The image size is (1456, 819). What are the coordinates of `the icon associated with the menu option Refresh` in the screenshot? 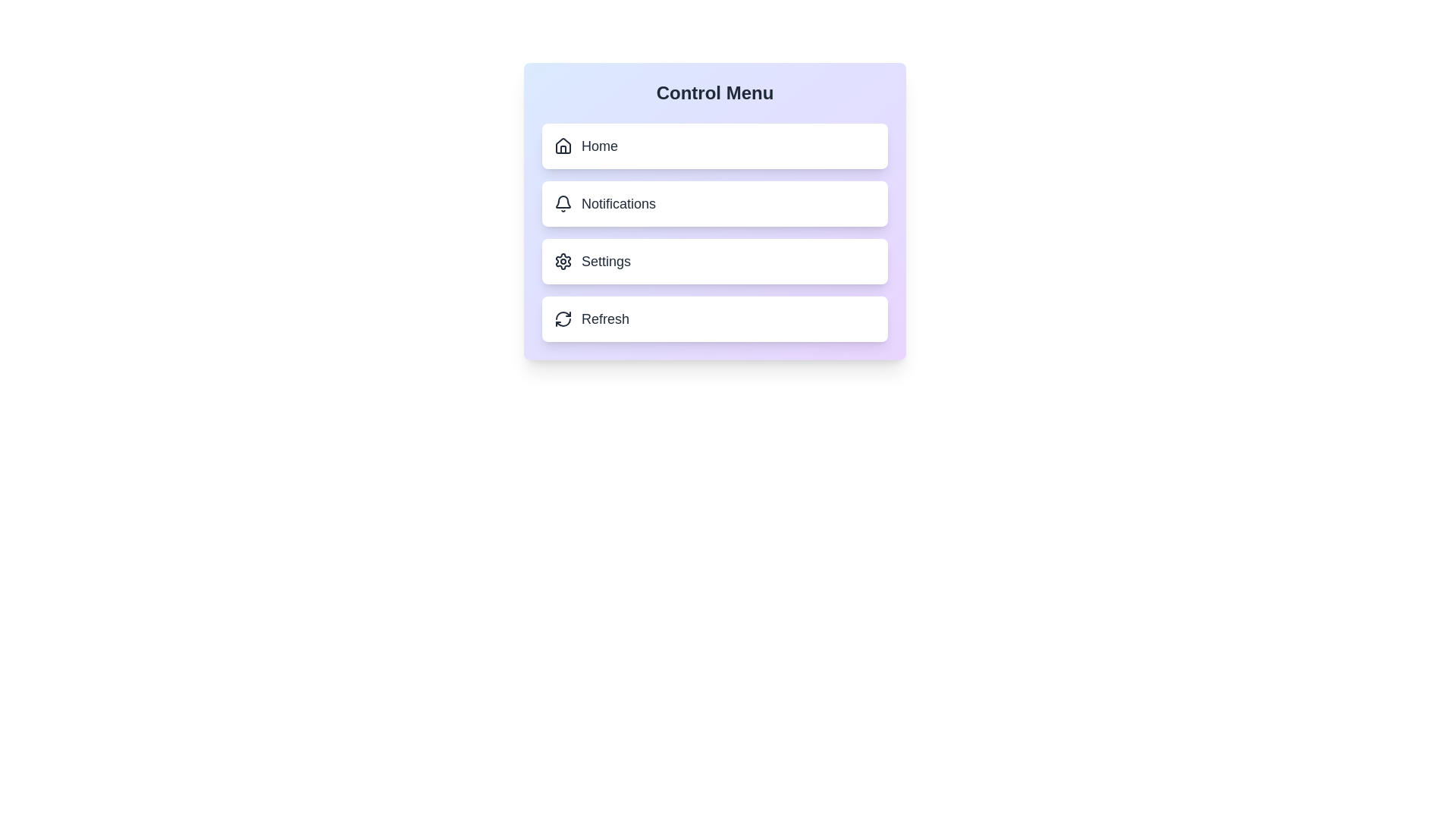 It's located at (563, 318).